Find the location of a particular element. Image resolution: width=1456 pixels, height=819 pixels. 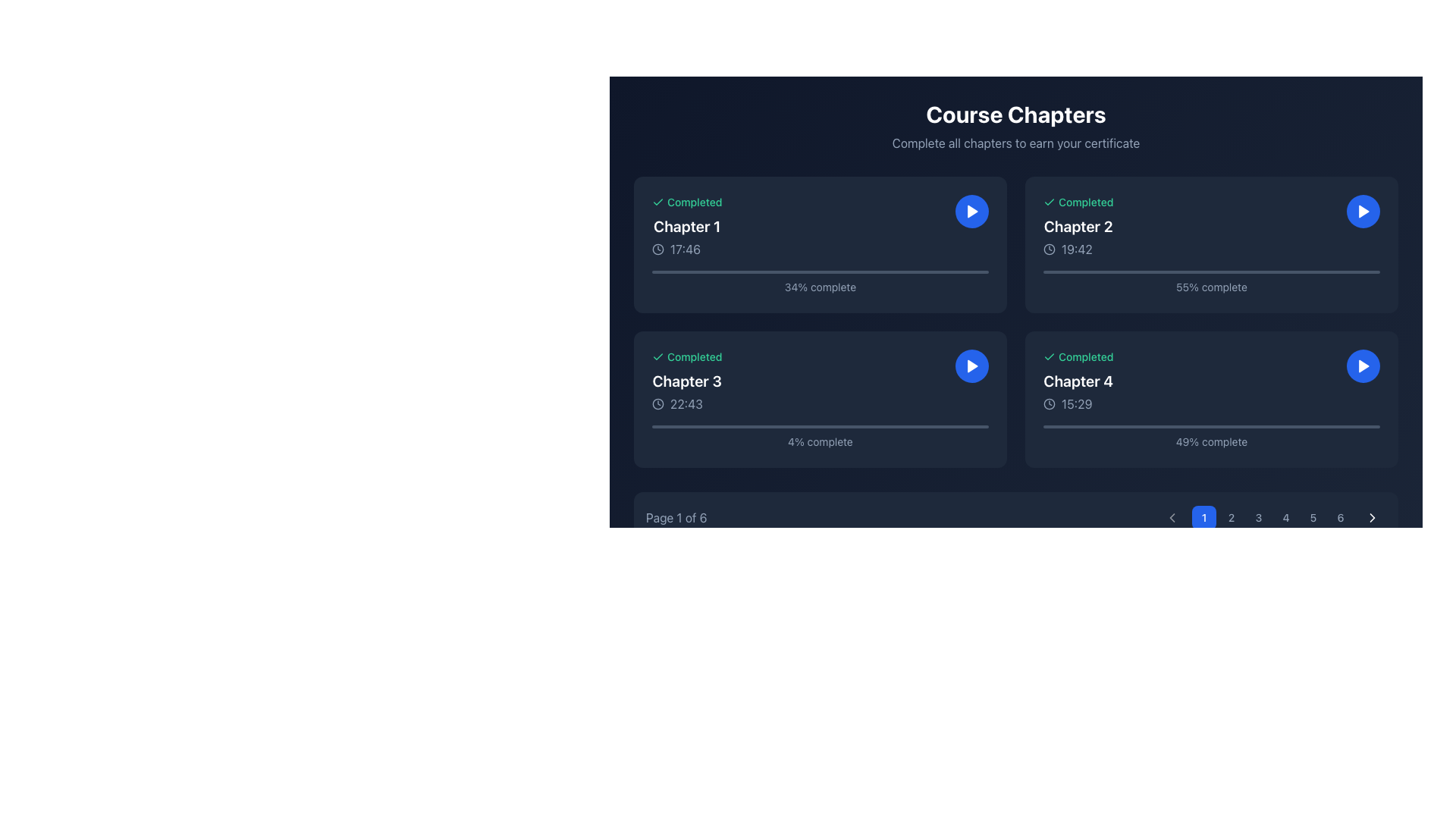

the Progress indicator displaying '34% complete' in the Chapter 1 section of the interface is located at coordinates (819, 283).